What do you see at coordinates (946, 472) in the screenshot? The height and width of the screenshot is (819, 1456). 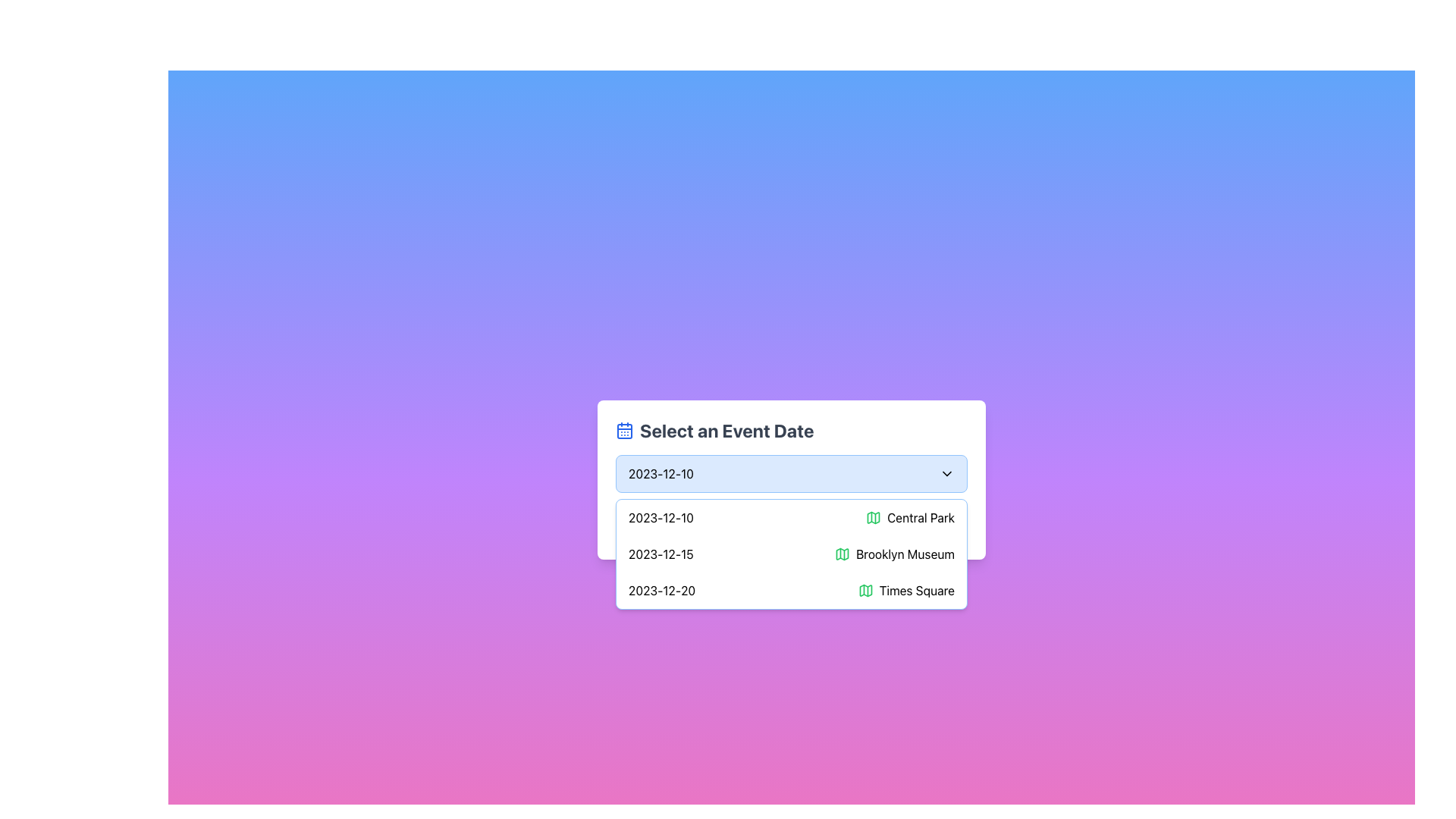 I see `the chevron-down icon located to the far right of the dropdown field` at bounding box center [946, 472].